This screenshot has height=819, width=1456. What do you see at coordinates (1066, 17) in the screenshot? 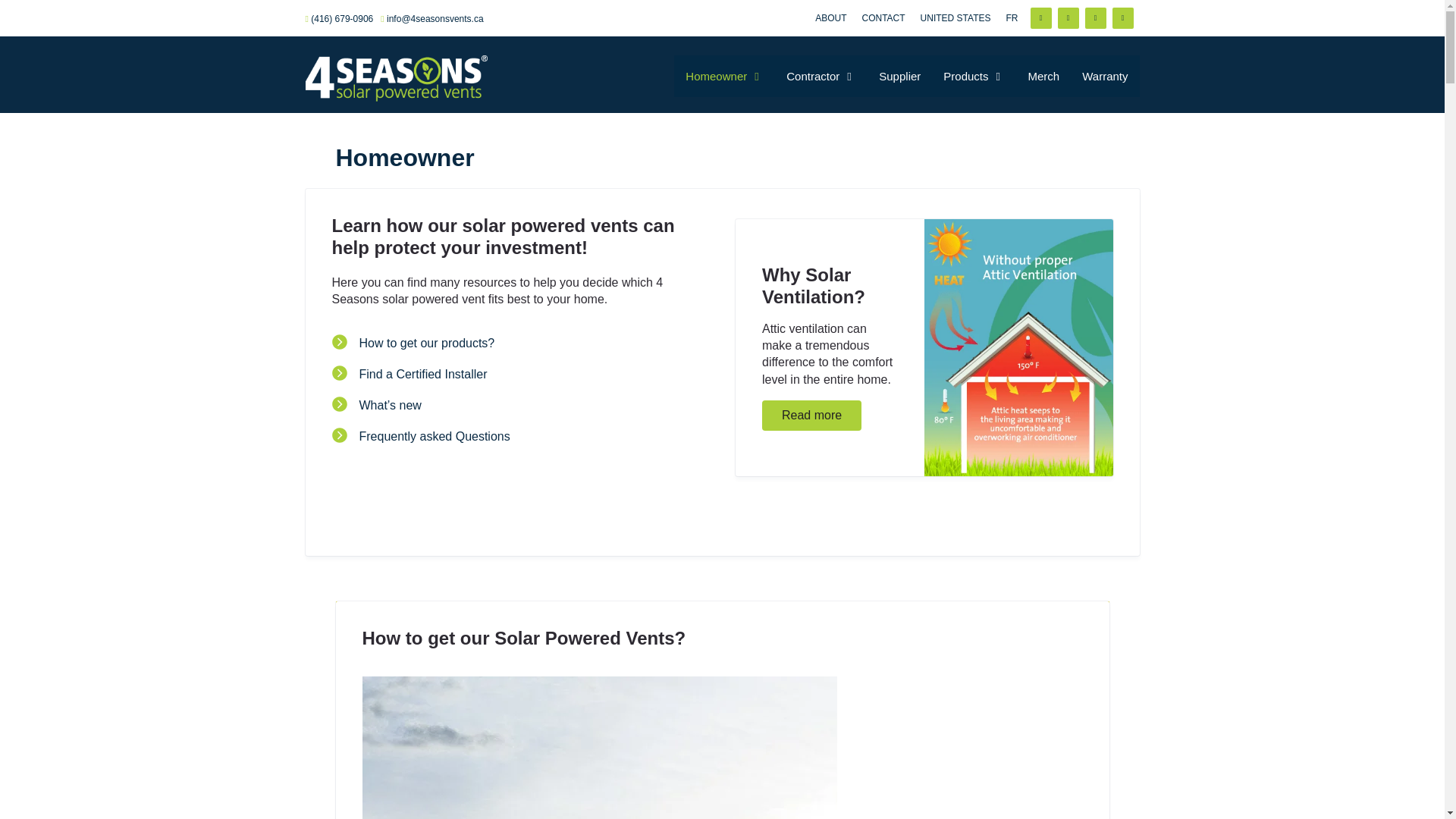
I see `'Twitter'` at bounding box center [1066, 17].